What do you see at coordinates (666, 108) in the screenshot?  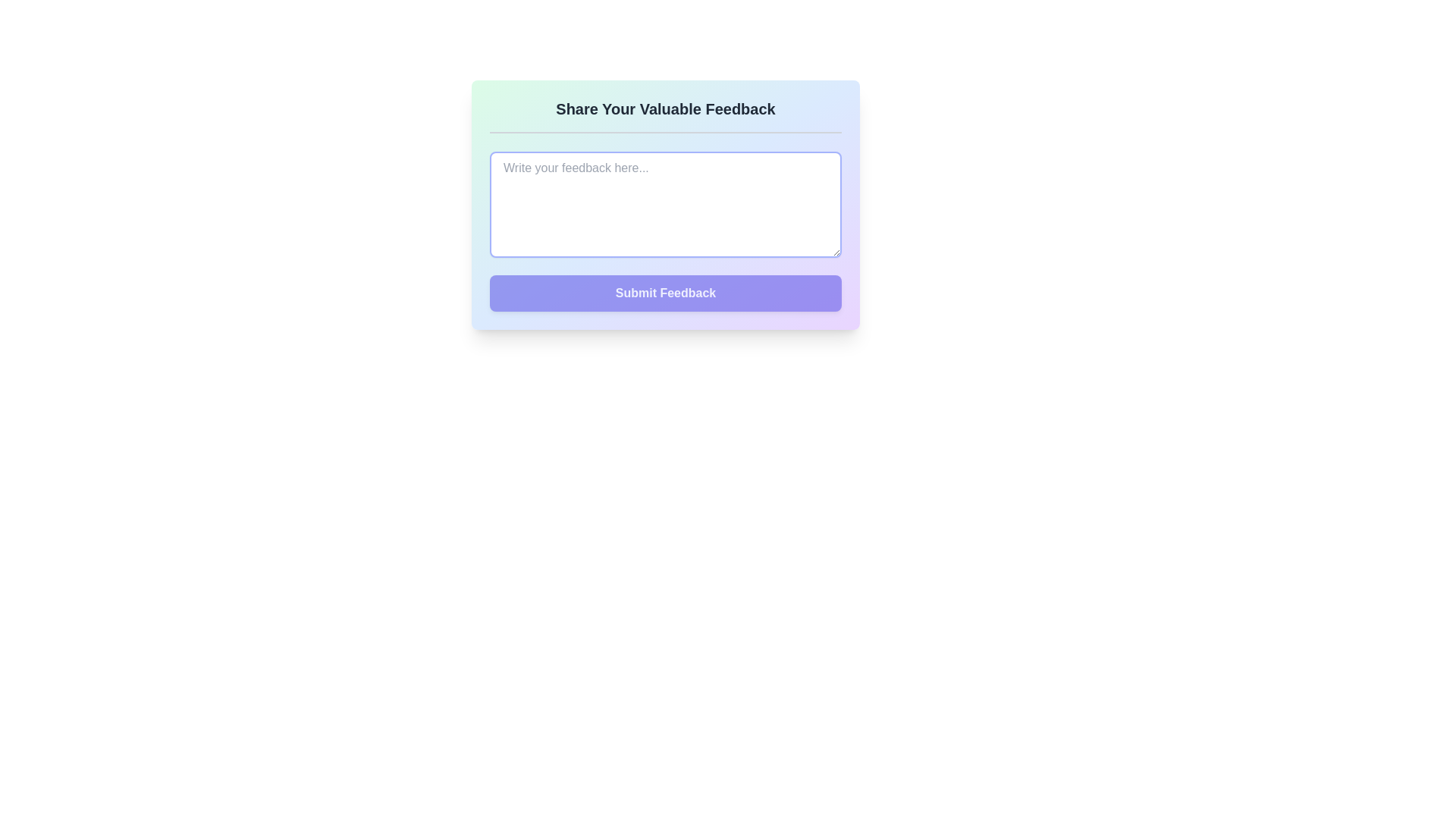 I see `the title text element that introduces the feedback form's purpose, located at the top center of the interface` at bounding box center [666, 108].